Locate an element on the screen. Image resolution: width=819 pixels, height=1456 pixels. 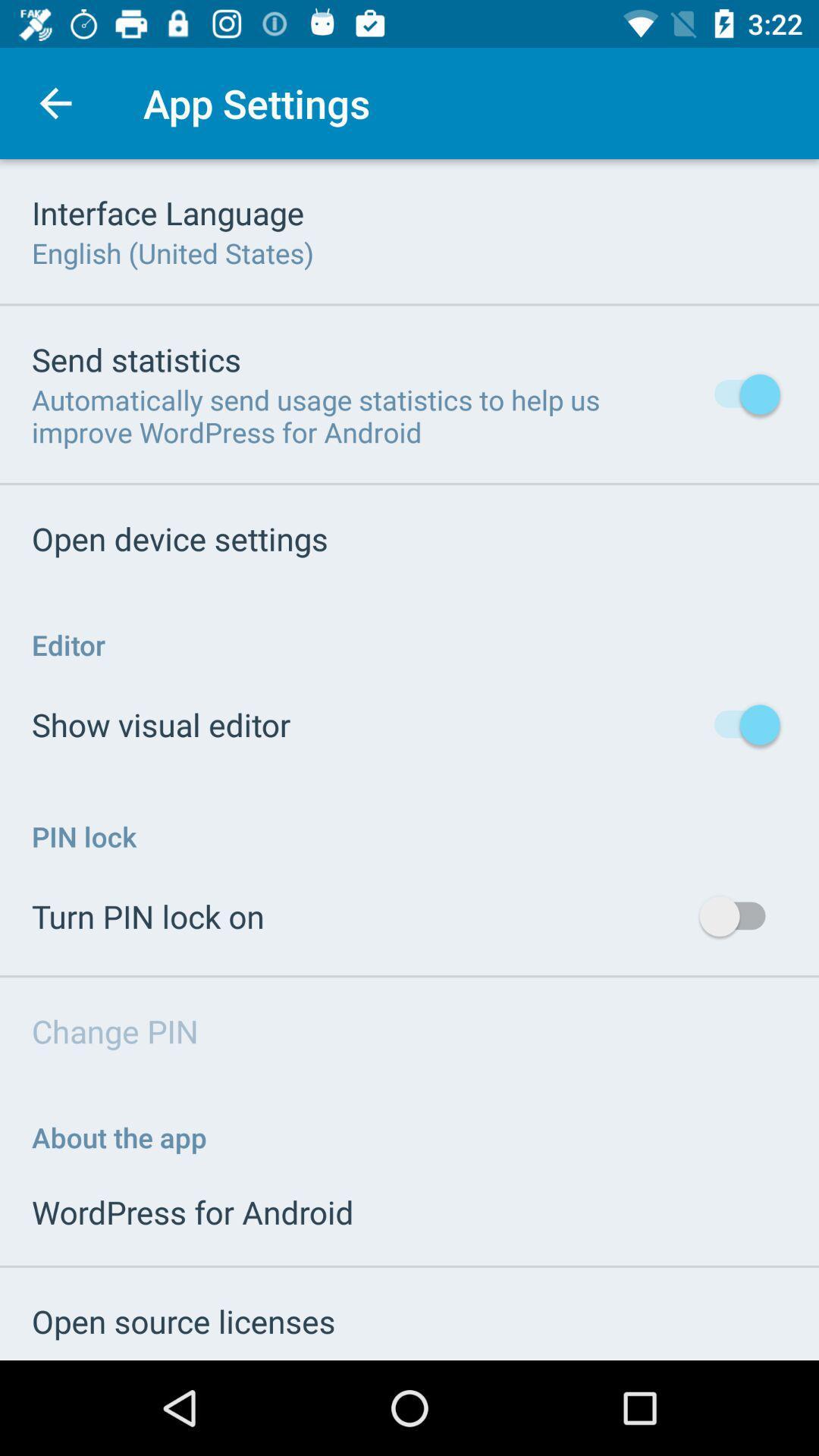
interface language icon is located at coordinates (168, 212).